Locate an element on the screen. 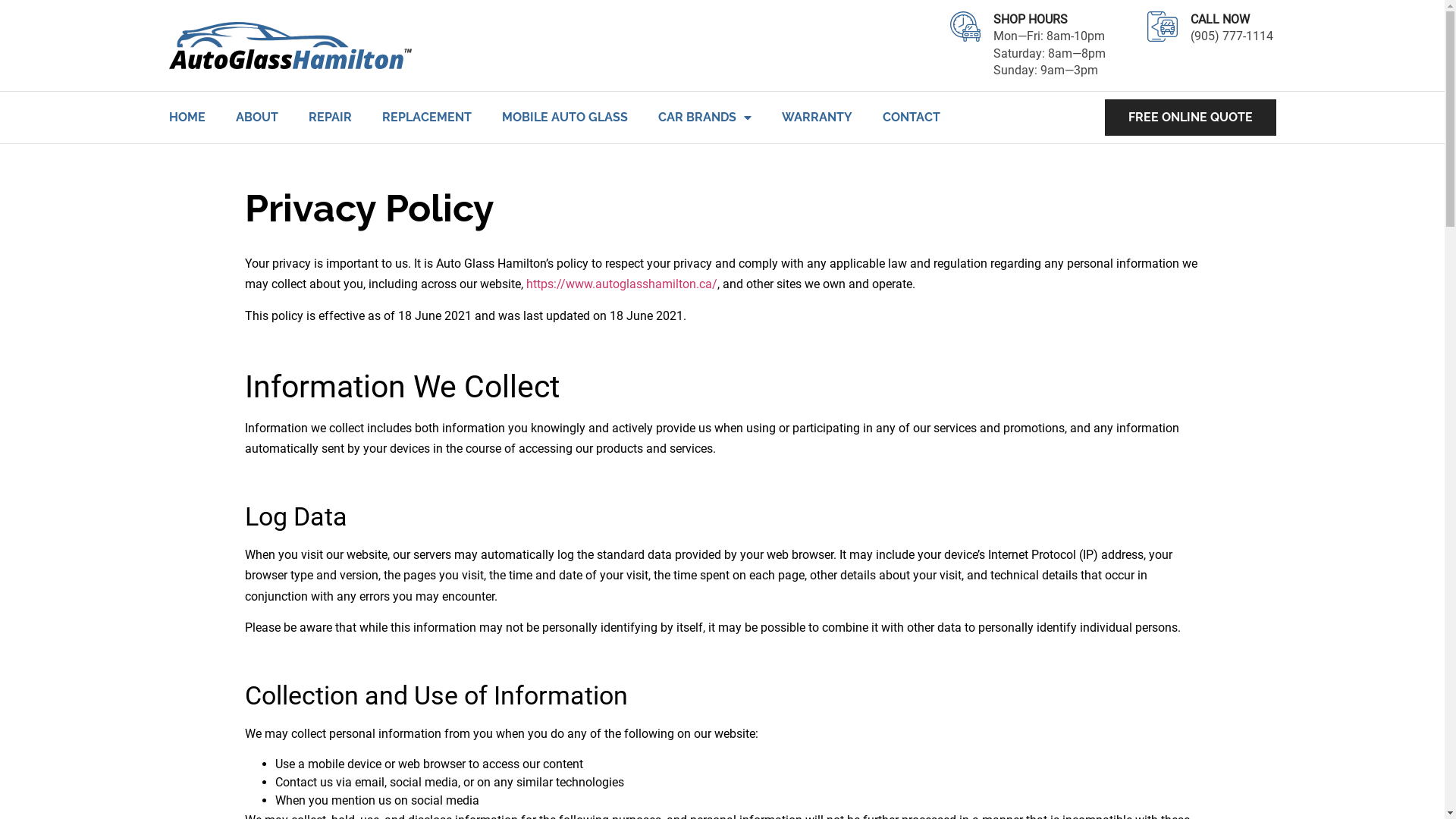  'MOBILE AUTO GLASS' is located at coordinates (563, 116).